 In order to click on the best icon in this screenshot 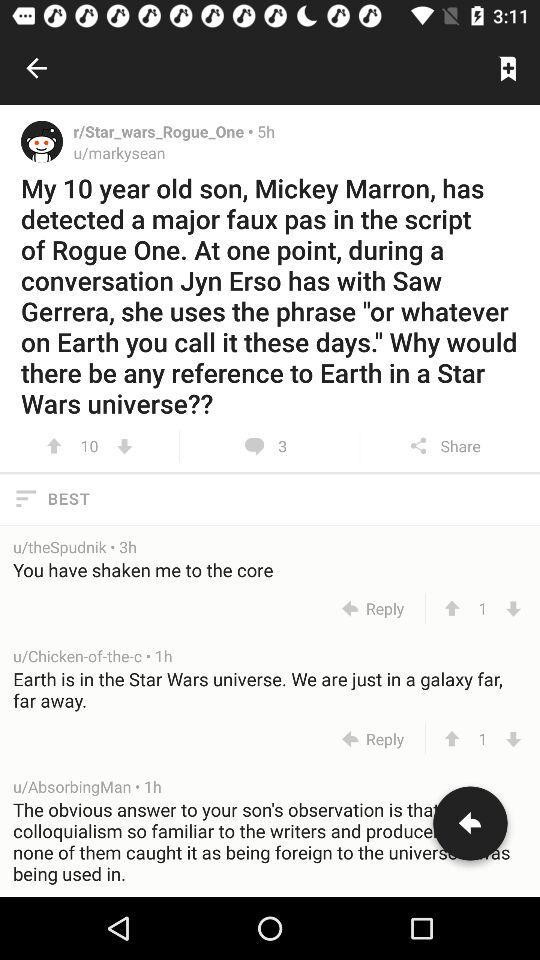, I will do `click(270, 497)`.